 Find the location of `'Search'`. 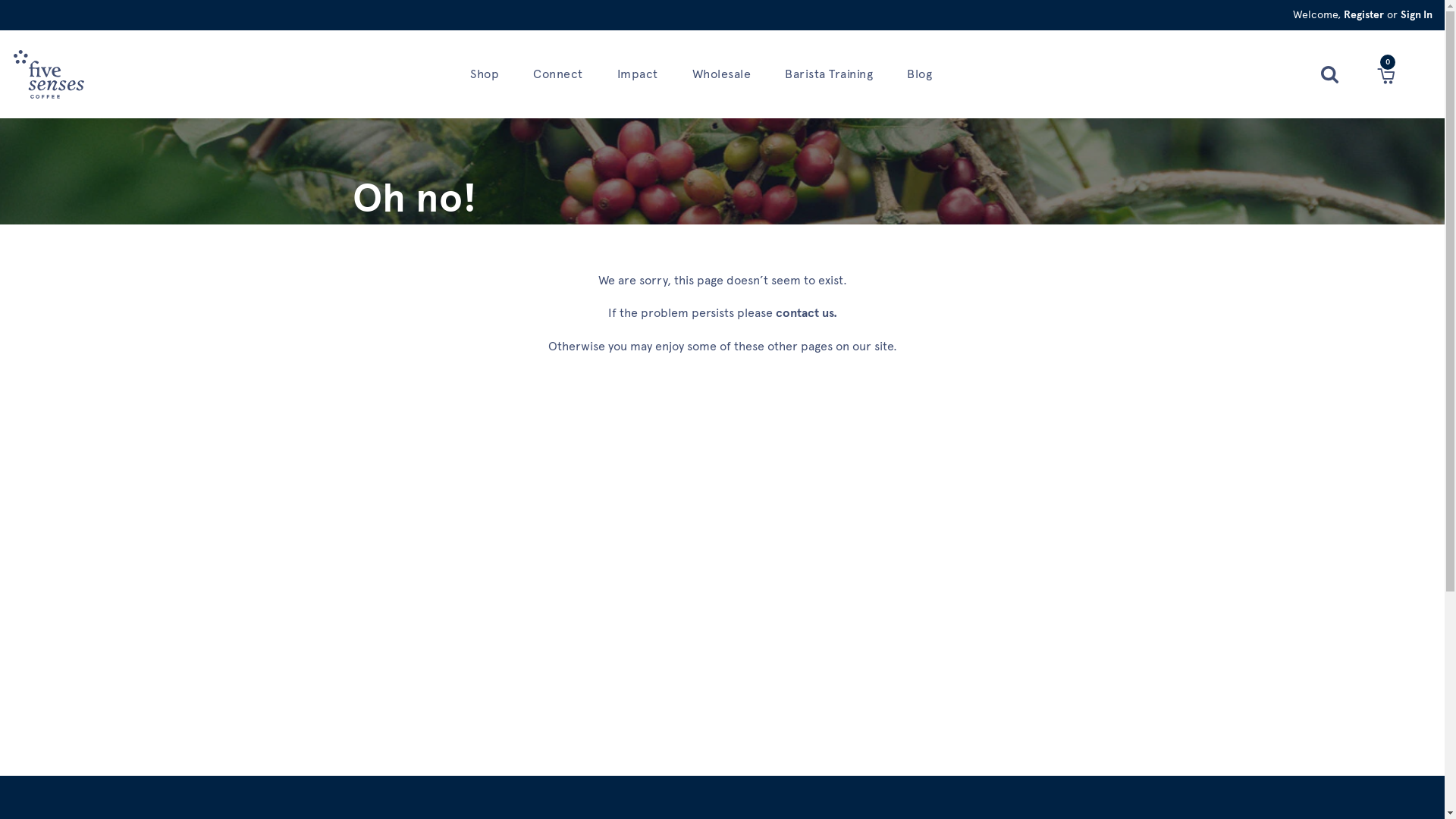

'Search' is located at coordinates (1329, 74).